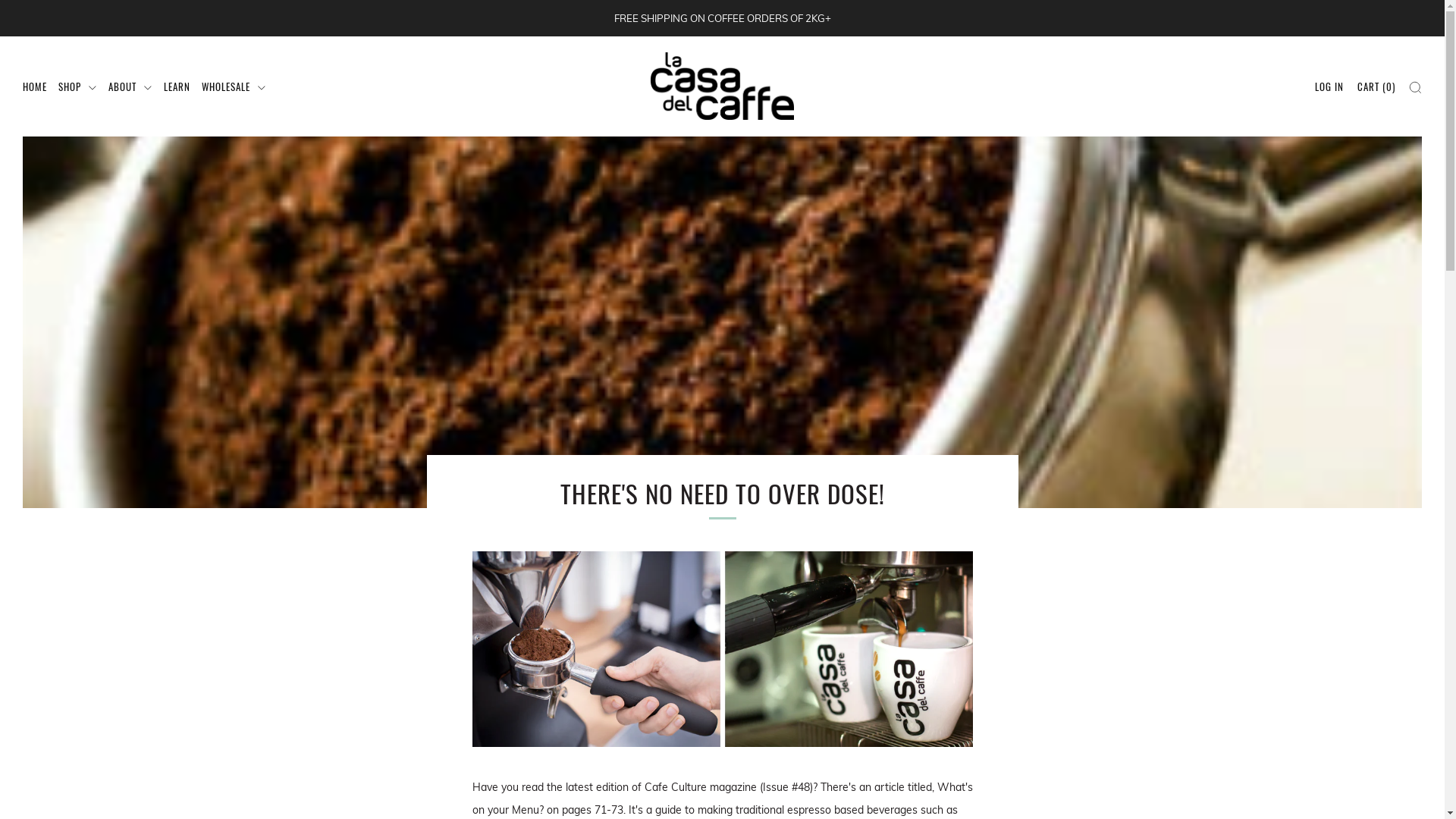 The image size is (1456, 819). What do you see at coordinates (177, 86) in the screenshot?
I see `'LEARN'` at bounding box center [177, 86].